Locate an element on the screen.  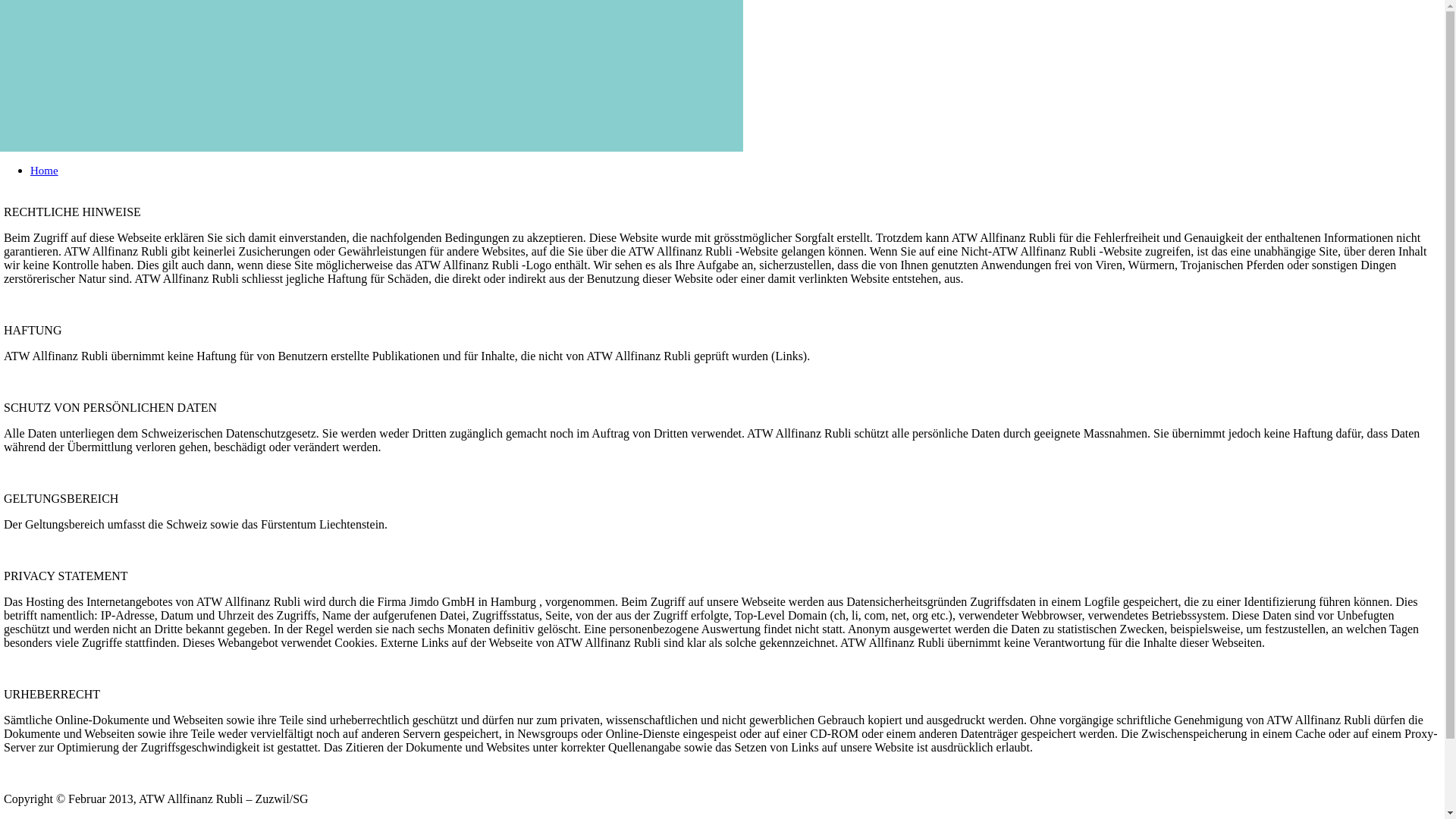
'Home' is located at coordinates (30, 170).